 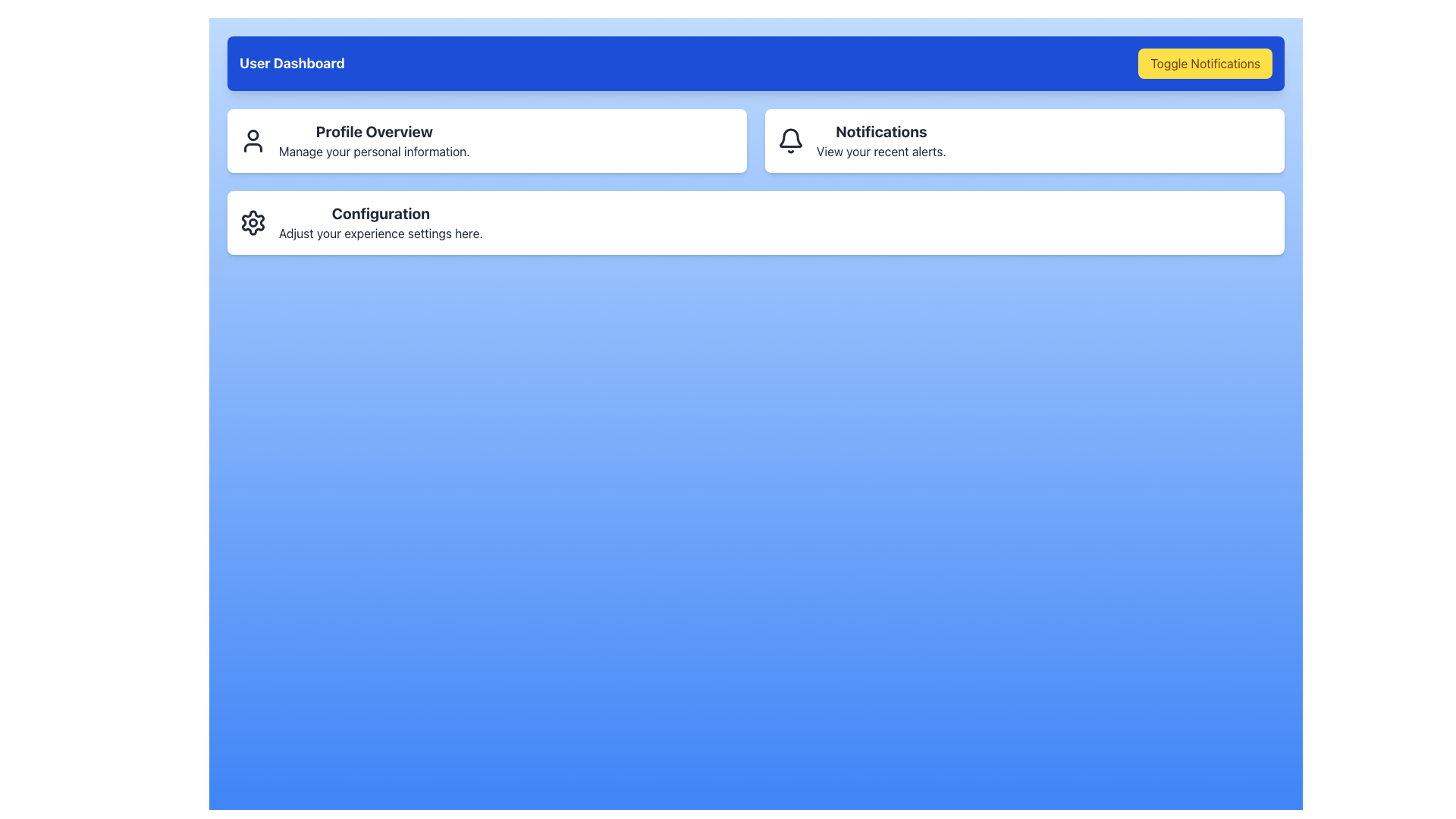 What do you see at coordinates (374, 140) in the screenshot?
I see `informational text block titled 'Profile' located at the top-left quadrant of the application's dashboard, which provides an overview of this section` at bounding box center [374, 140].